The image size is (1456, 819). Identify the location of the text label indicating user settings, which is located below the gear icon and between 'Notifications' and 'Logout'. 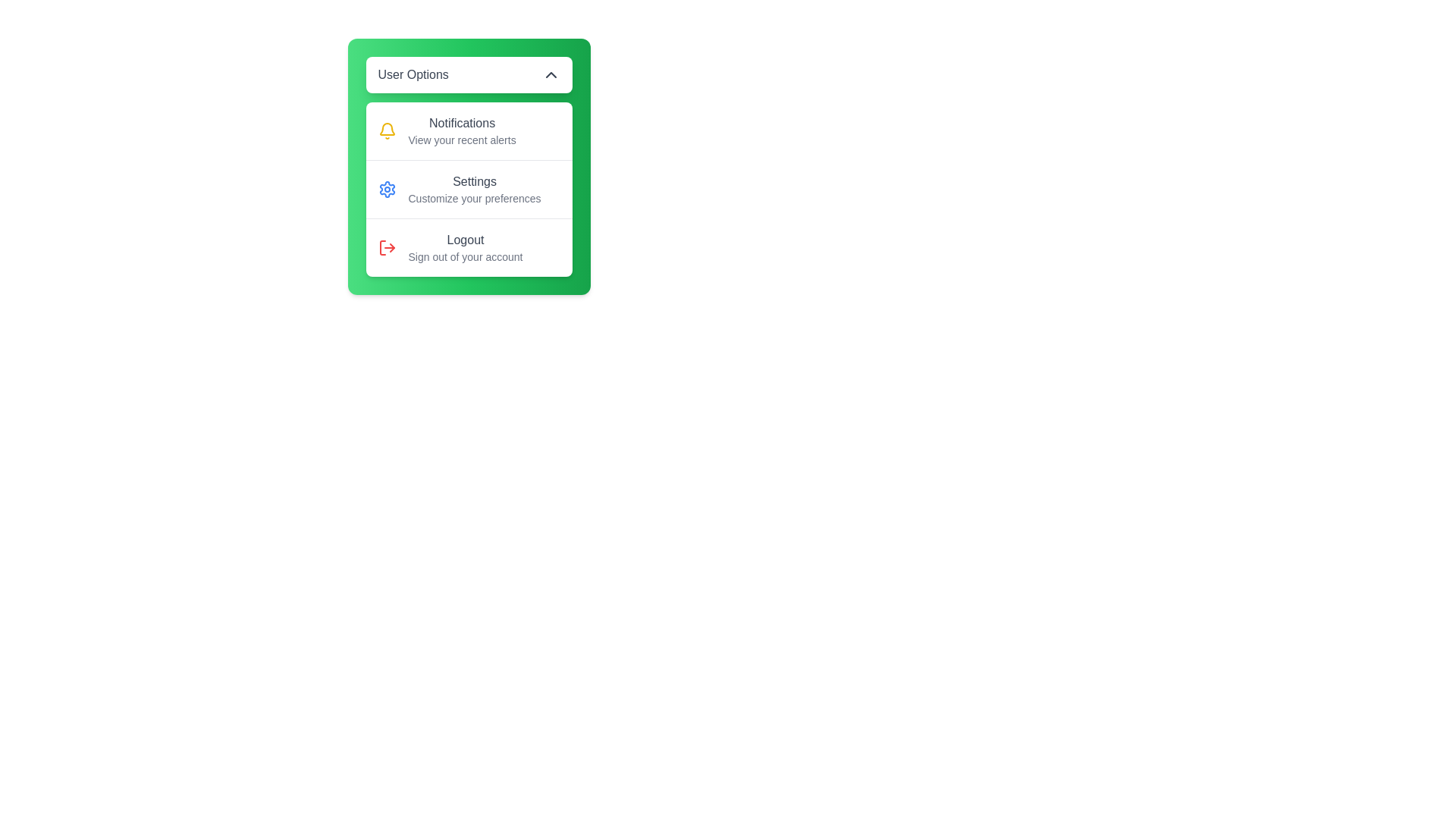
(474, 180).